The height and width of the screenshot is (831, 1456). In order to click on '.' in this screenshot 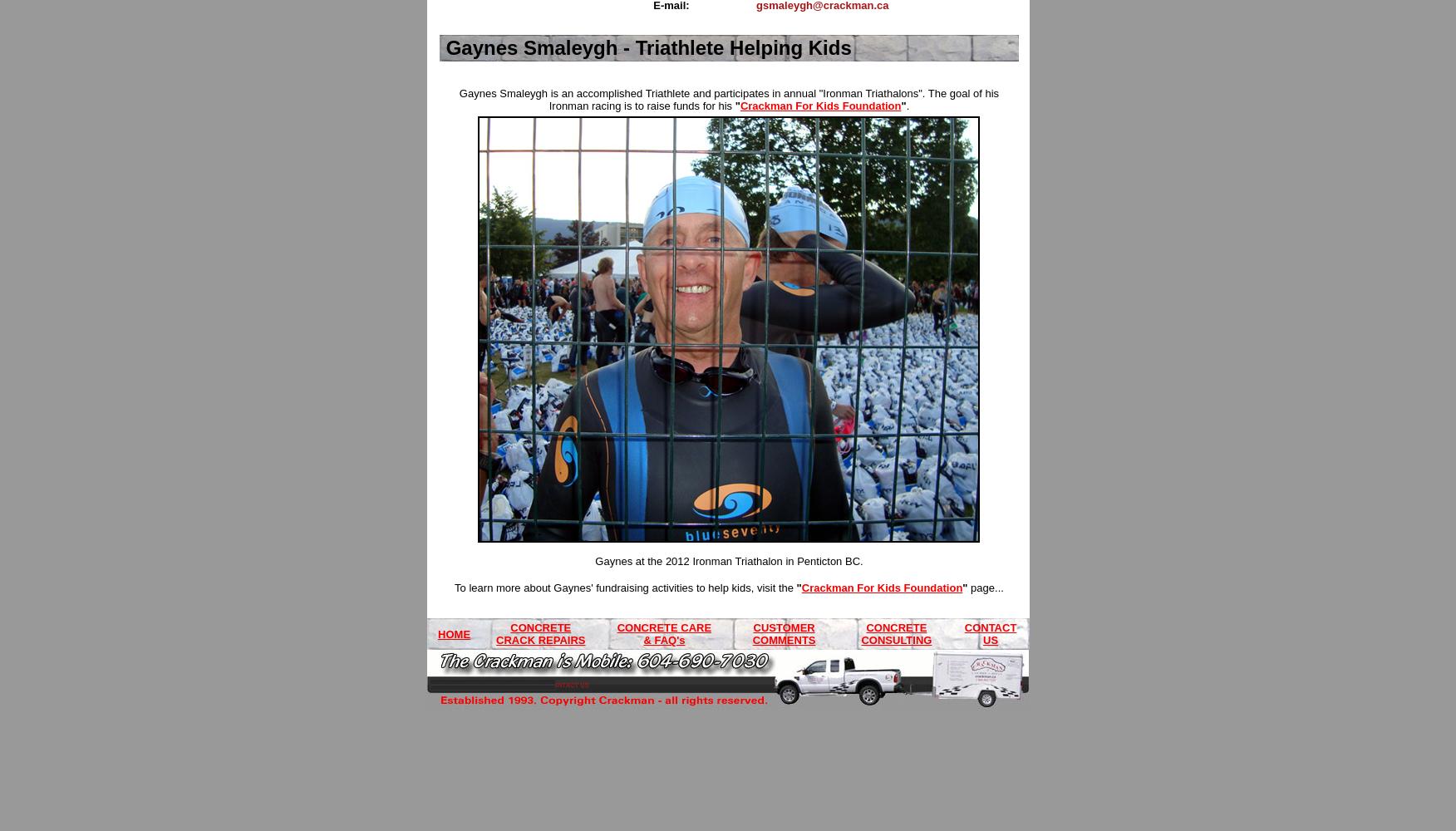, I will do `click(905, 106)`.